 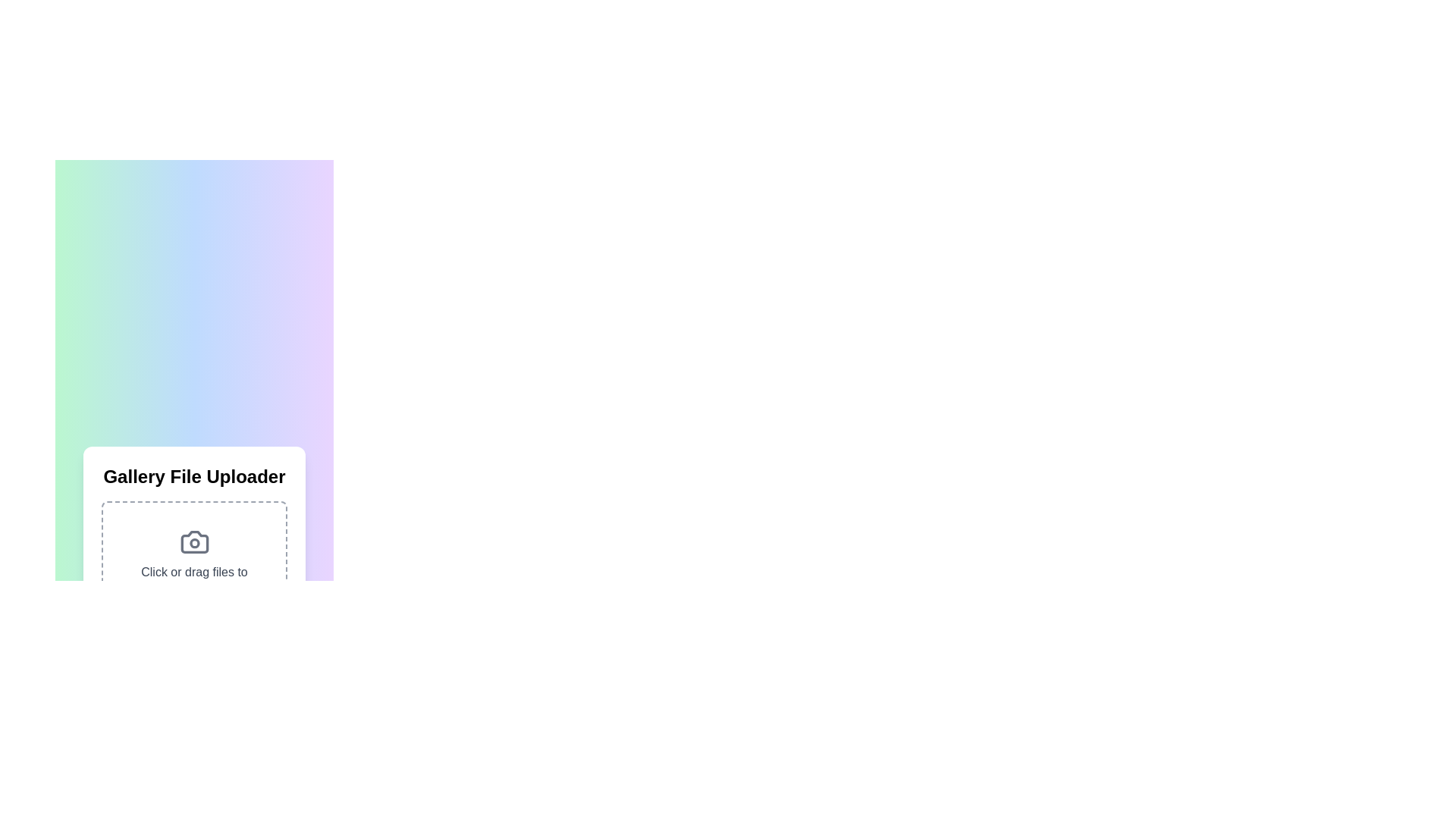 What do you see at coordinates (193, 541) in the screenshot?
I see `the camera icon, which symbolizes an option to upload photos or access the camera functionality, located in the lower portion of the interface` at bounding box center [193, 541].